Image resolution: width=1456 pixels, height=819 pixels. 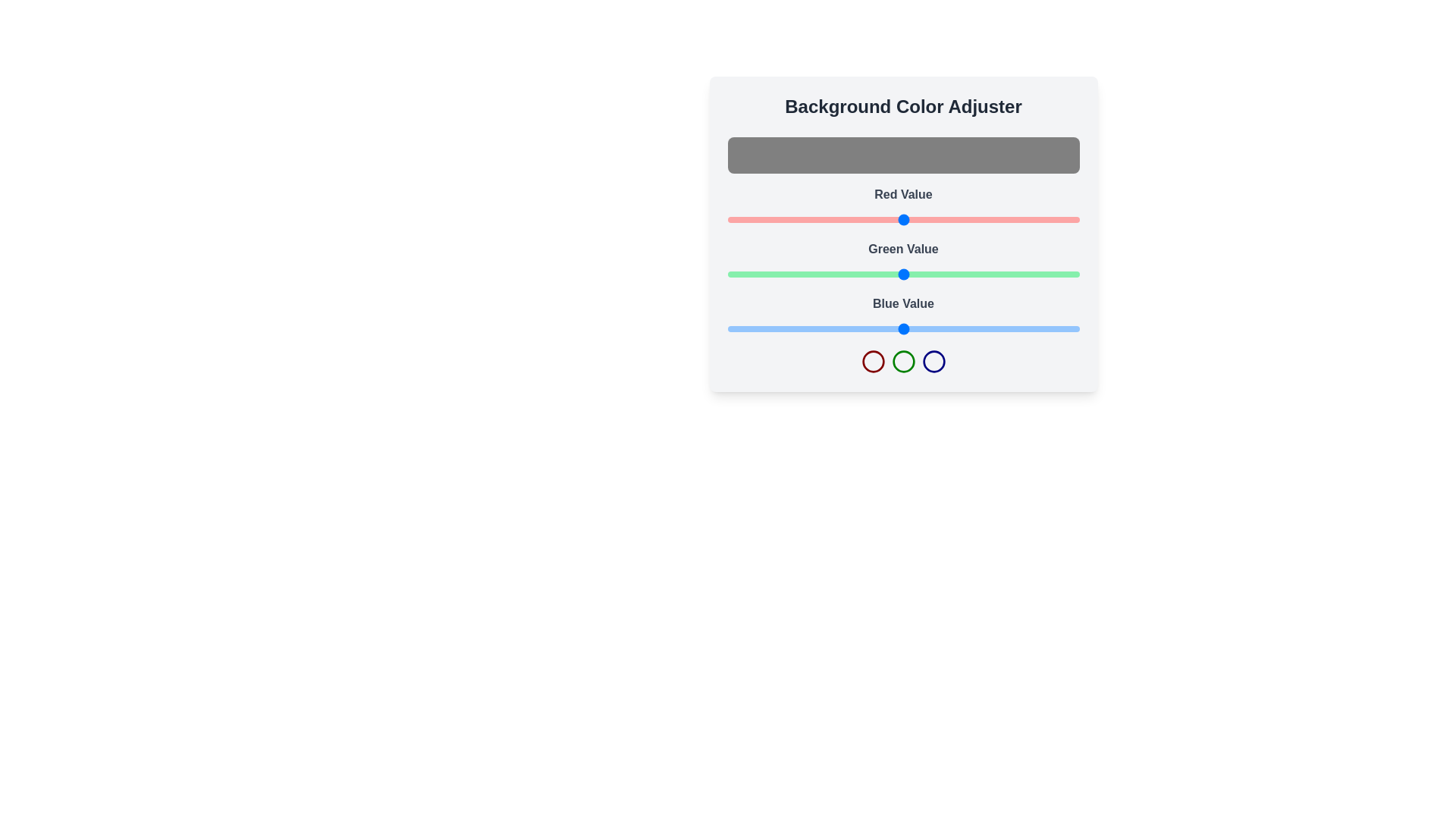 What do you see at coordinates (915, 275) in the screenshot?
I see `the green slider to set the green color value to 137` at bounding box center [915, 275].